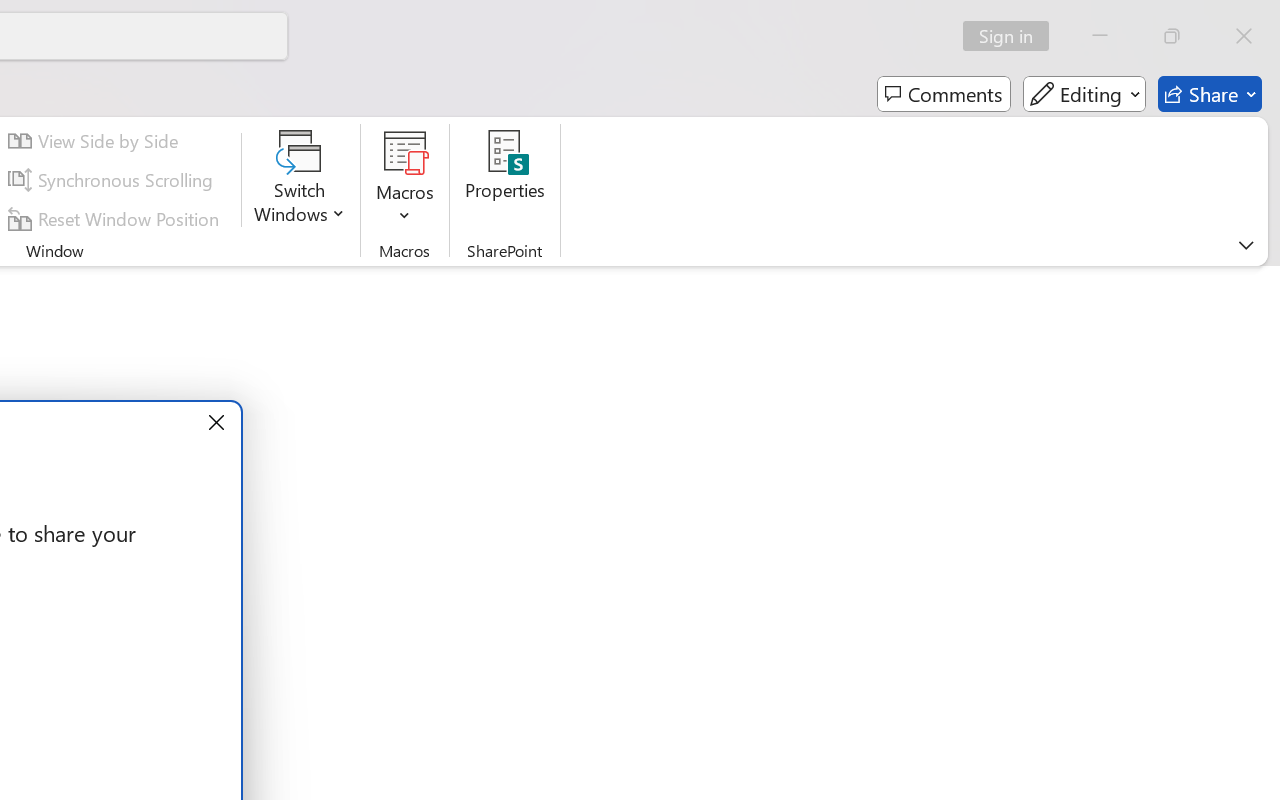 This screenshot has height=800, width=1280. I want to click on 'Properties', so click(505, 179).